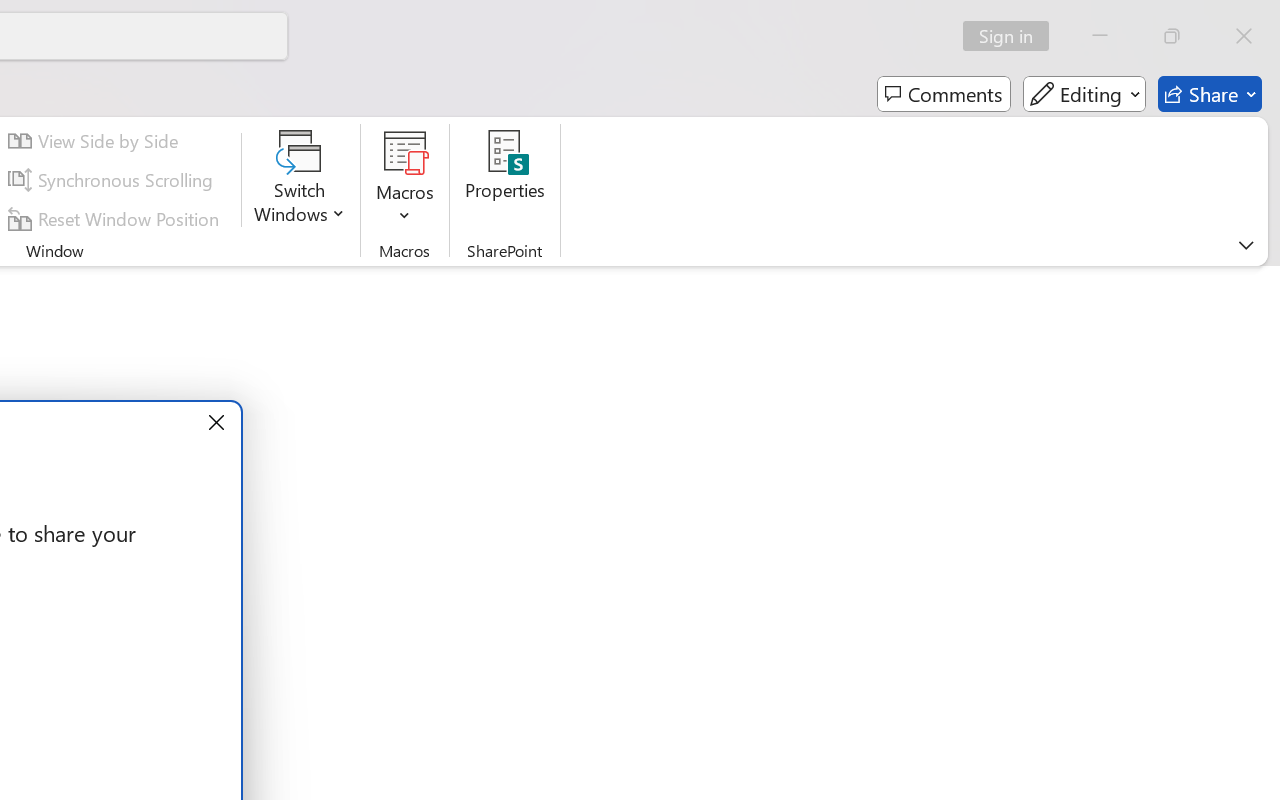 This screenshot has height=800, width=1280. I want to click on 'Properties', so click(505, 179).